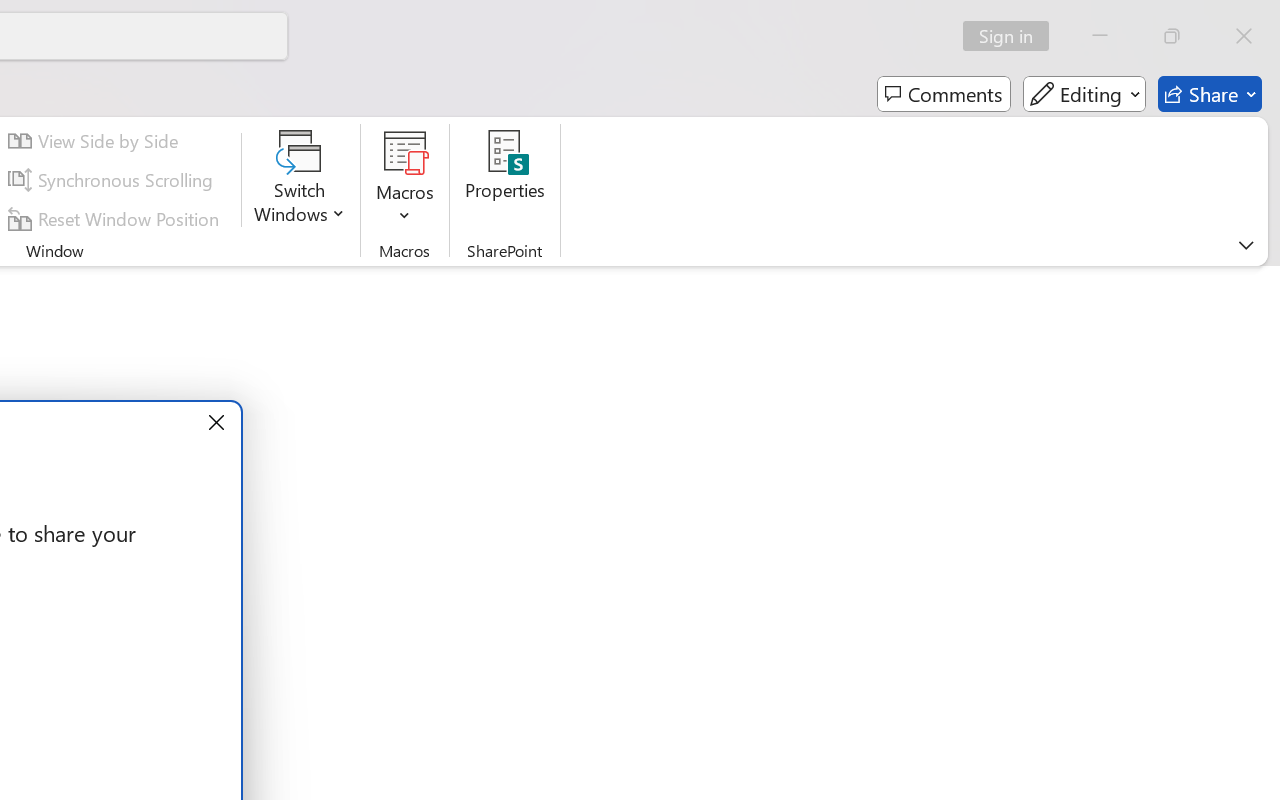 This screenshot has height=800, width=1280. I want to click on 'Properties', so click(505, 179).